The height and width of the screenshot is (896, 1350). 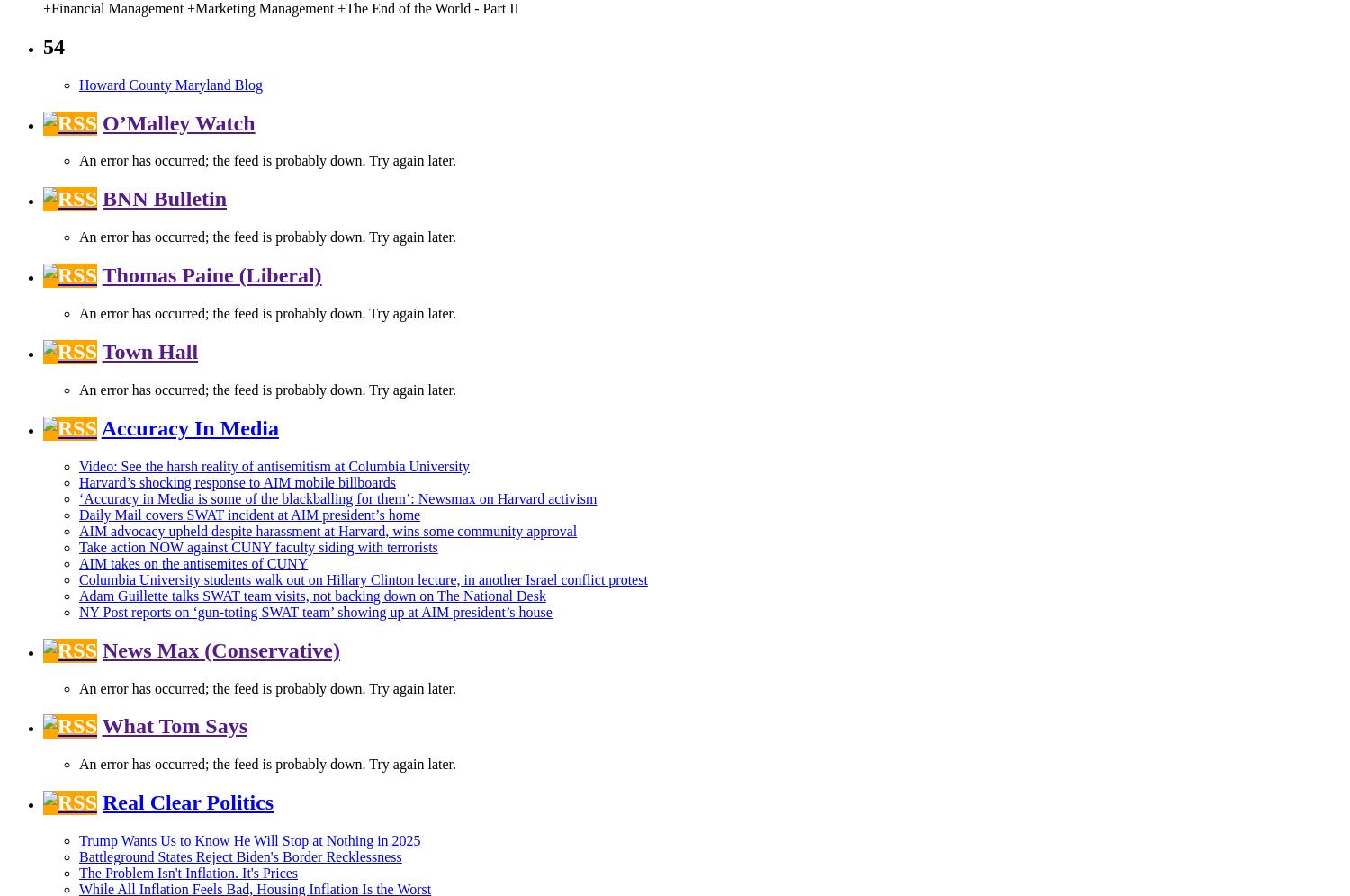 I want to click on 'Thomas Paine (Liberal)', so click(x=211, y=273).